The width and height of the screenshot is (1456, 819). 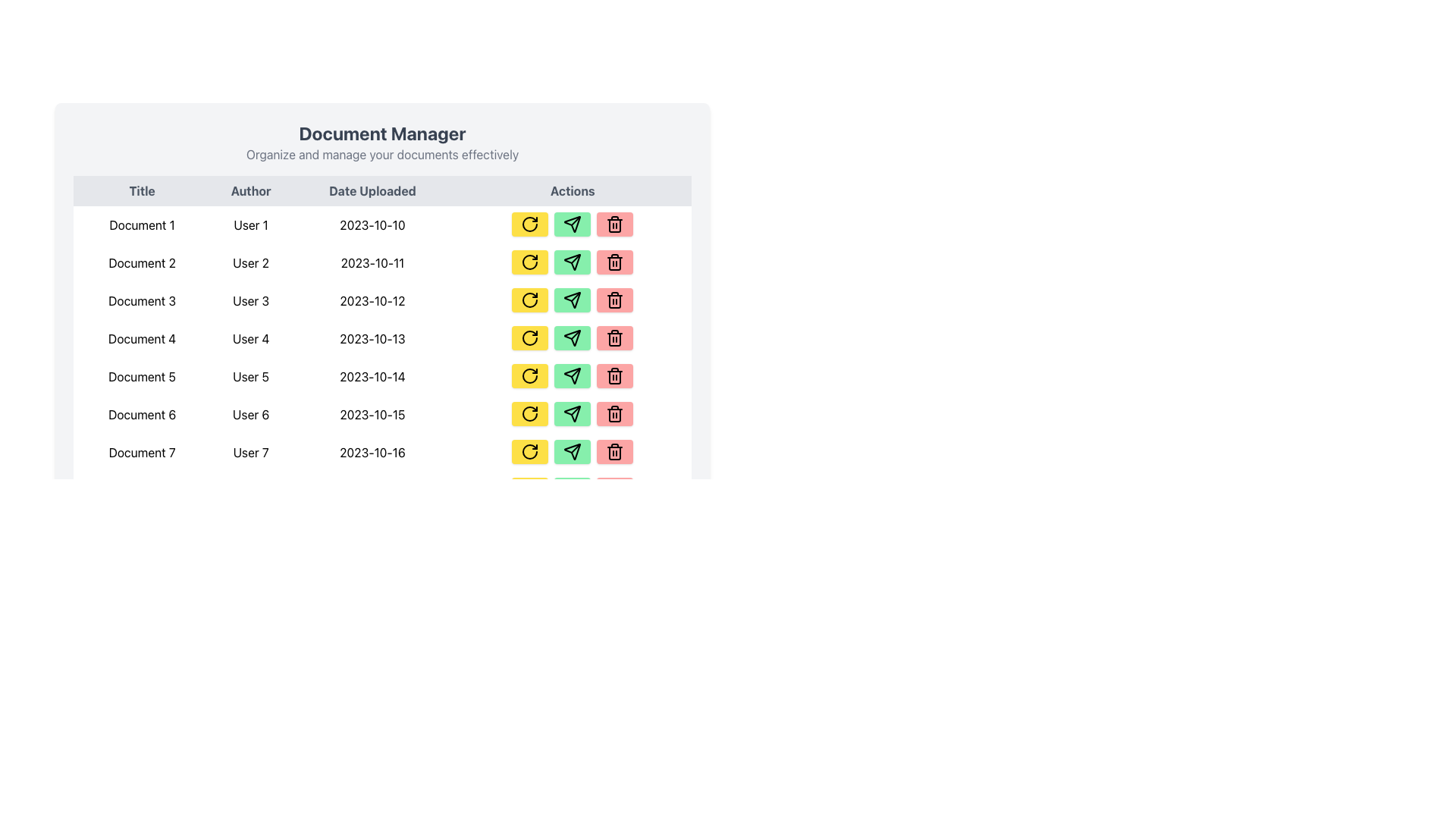 I want to click on the trash can icon button with a red background in the 'Actions' column of the table for 'Document 1' to initiate a delete action, so click(x=615, y=224).